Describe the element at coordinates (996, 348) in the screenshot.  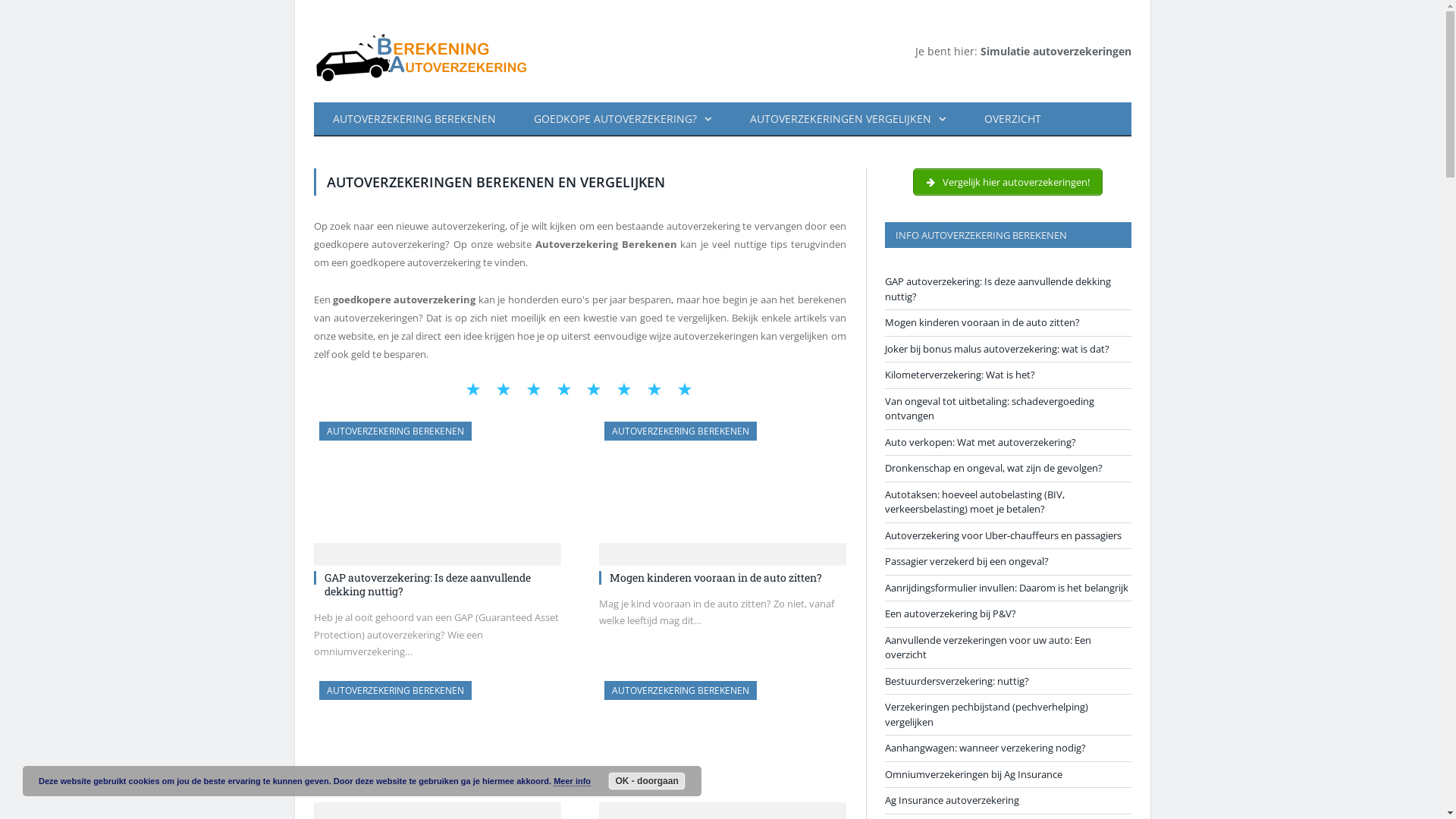
I see `'Joker bij bonus malus autoverzekering: wat is dat?'` at that location.